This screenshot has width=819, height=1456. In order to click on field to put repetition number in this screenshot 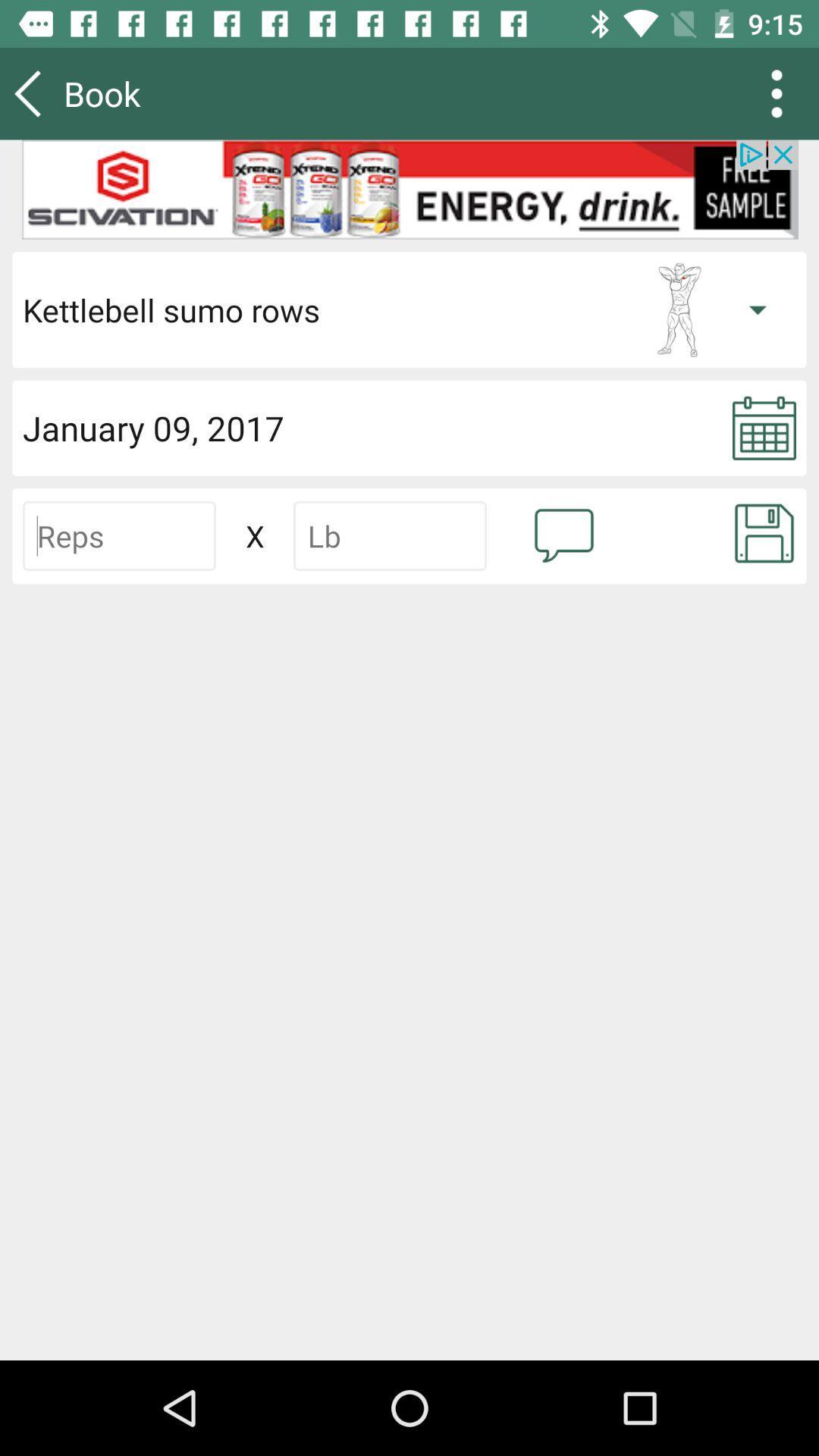, I will do `click(118, 535)`.